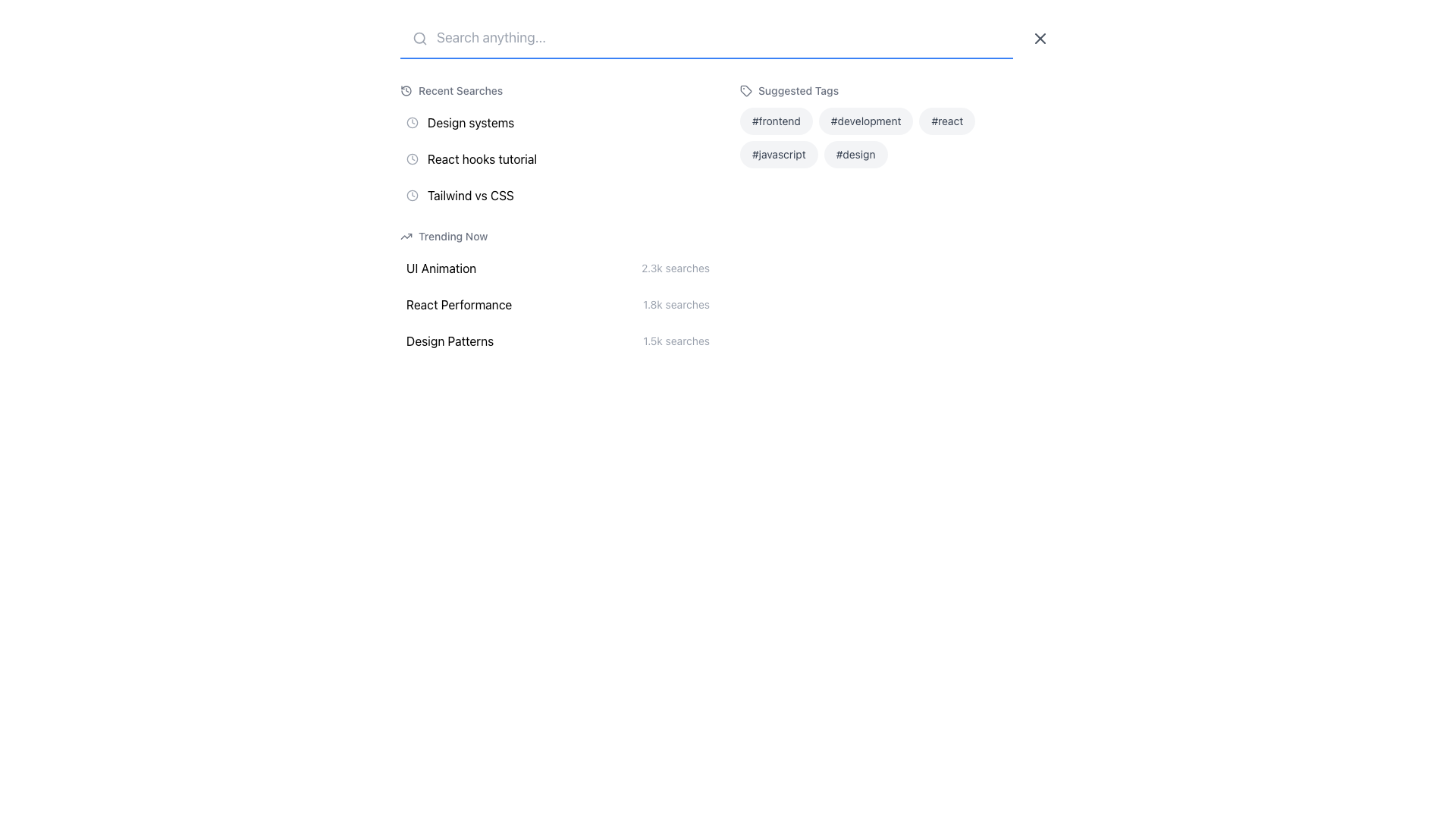 The width and height of the screenshot is (1456, 819). Describe the element at coordinates (557, 195) in the screenshot. I see `the clickable button in the 'Recent Searches' section related to 'Tailwind vs CSS' for navigation` at that location.